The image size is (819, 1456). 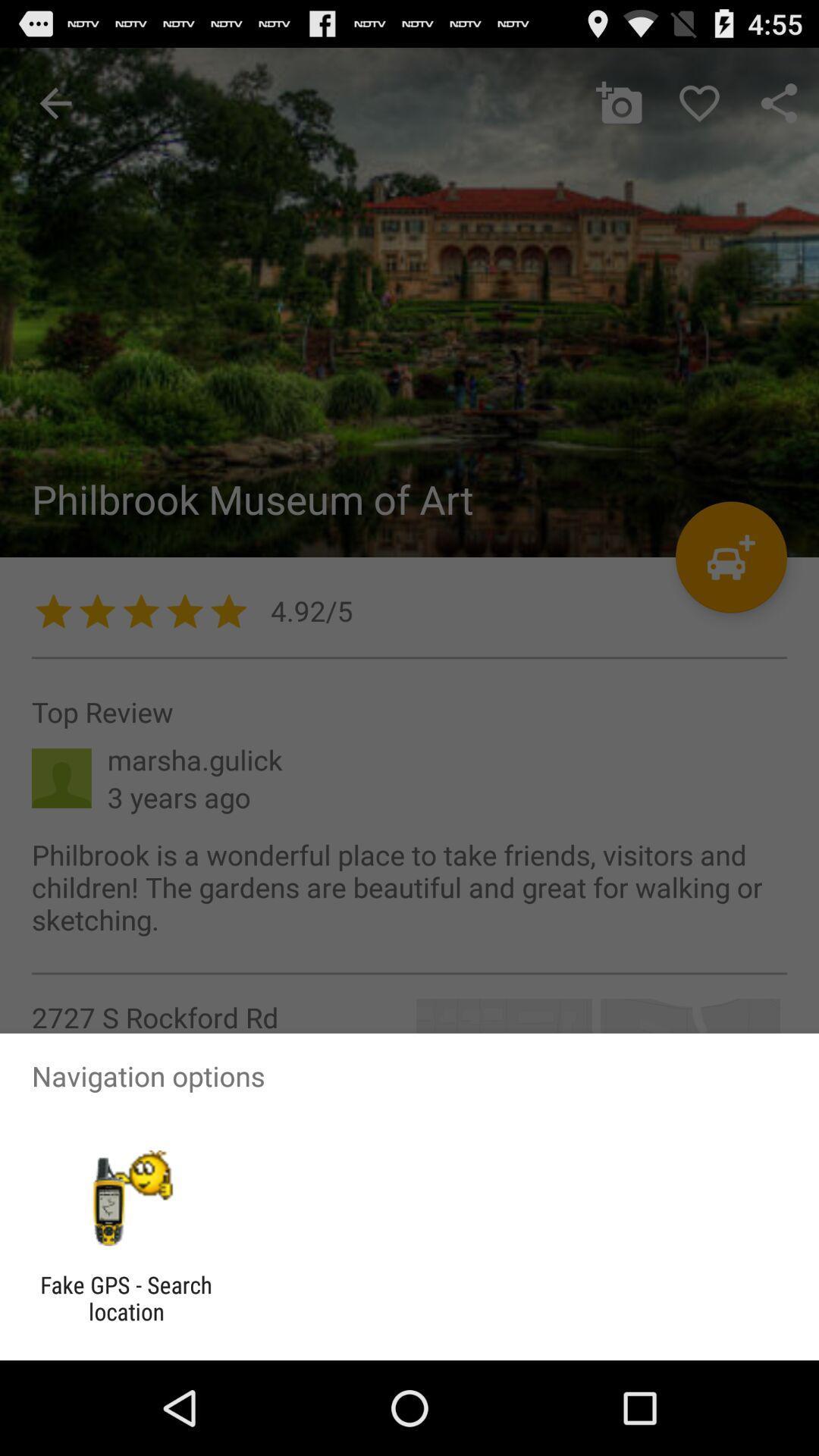 What do you see at coordinates (125, 1298) in the screenshot?
I see `the fake gps search app` at bounding box center [125, 1298].